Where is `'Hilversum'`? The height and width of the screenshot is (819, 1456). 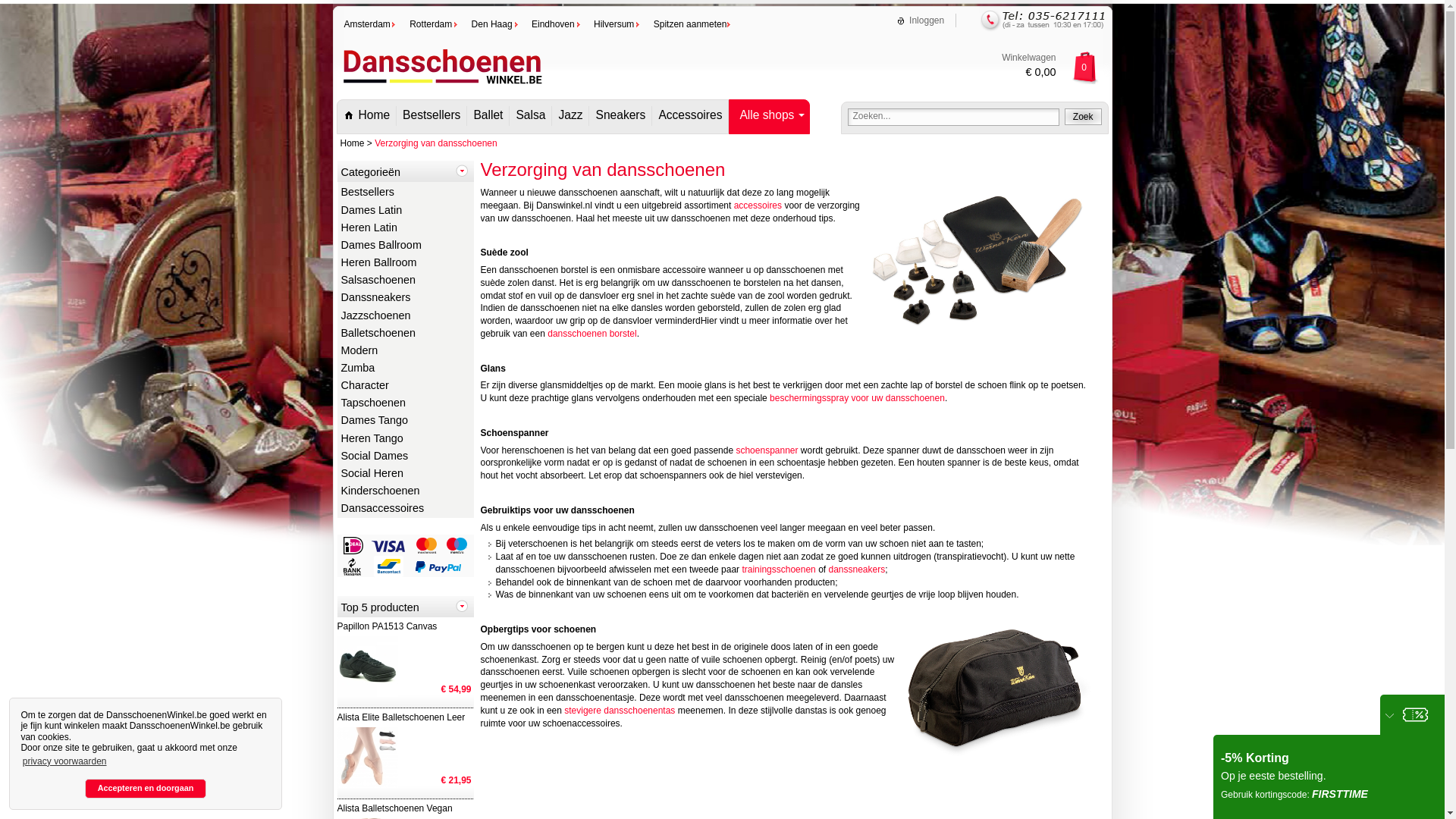 'Hilversum' is located at coordinates (617, 24).